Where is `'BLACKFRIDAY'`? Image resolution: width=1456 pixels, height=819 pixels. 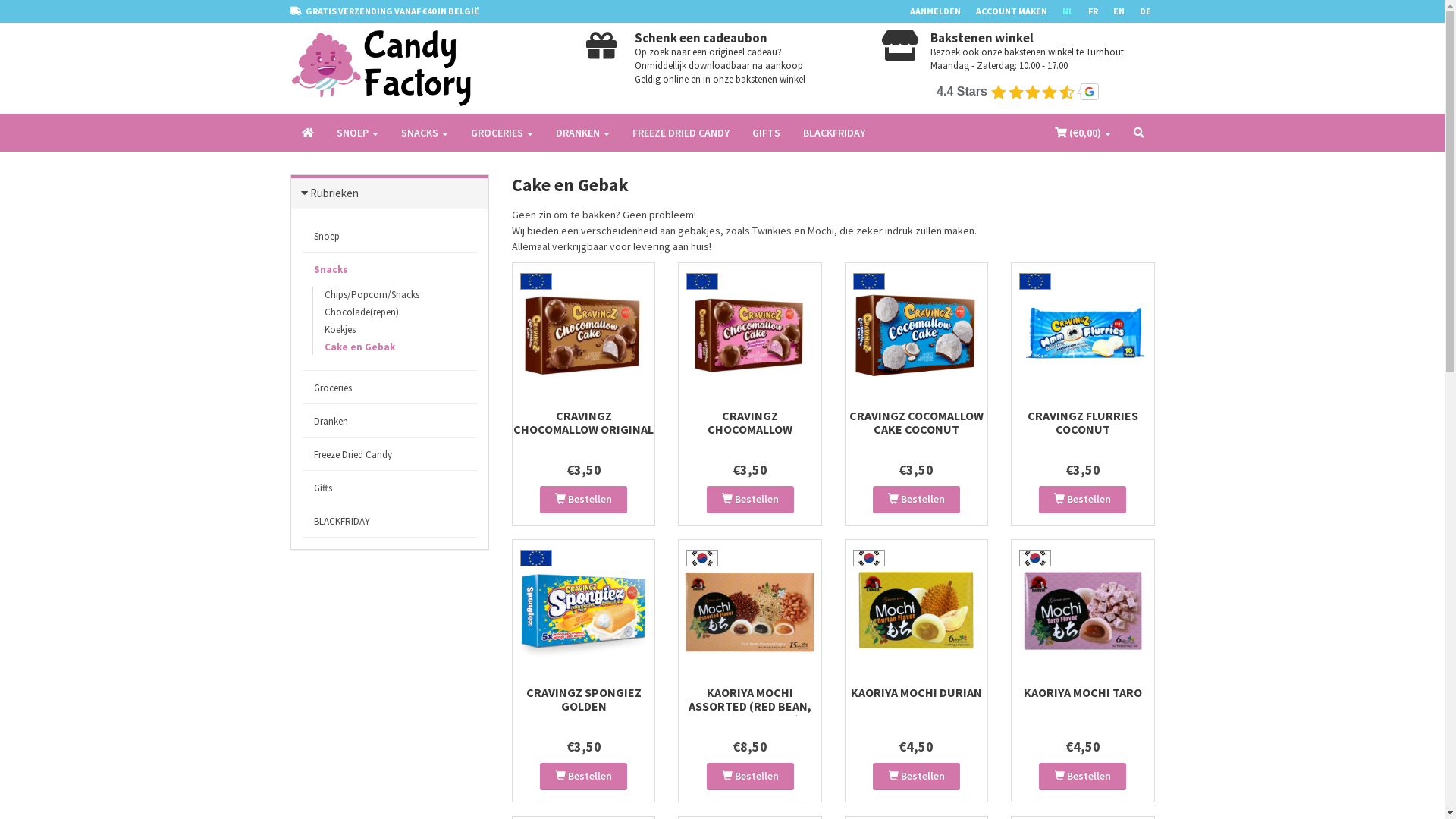 'BLACKFRIDAY' is located at coordinates (389, 520).